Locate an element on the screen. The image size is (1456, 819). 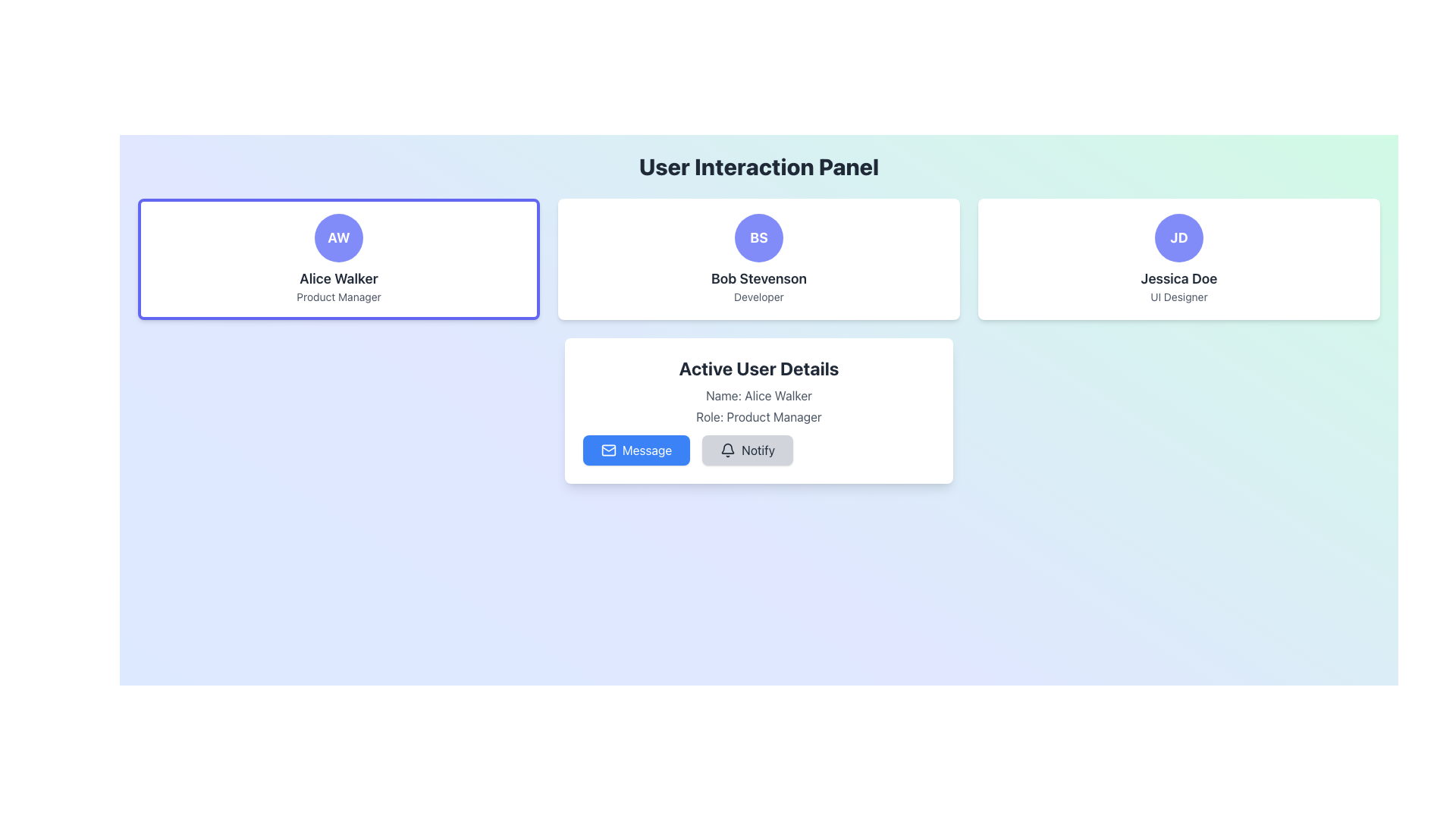
the 'Message' button located in the lower-left corner of the 'Active User Details' card to send a message, which is visually represented by the decorative envelope SVG icon is located at coordinates (608, 447).